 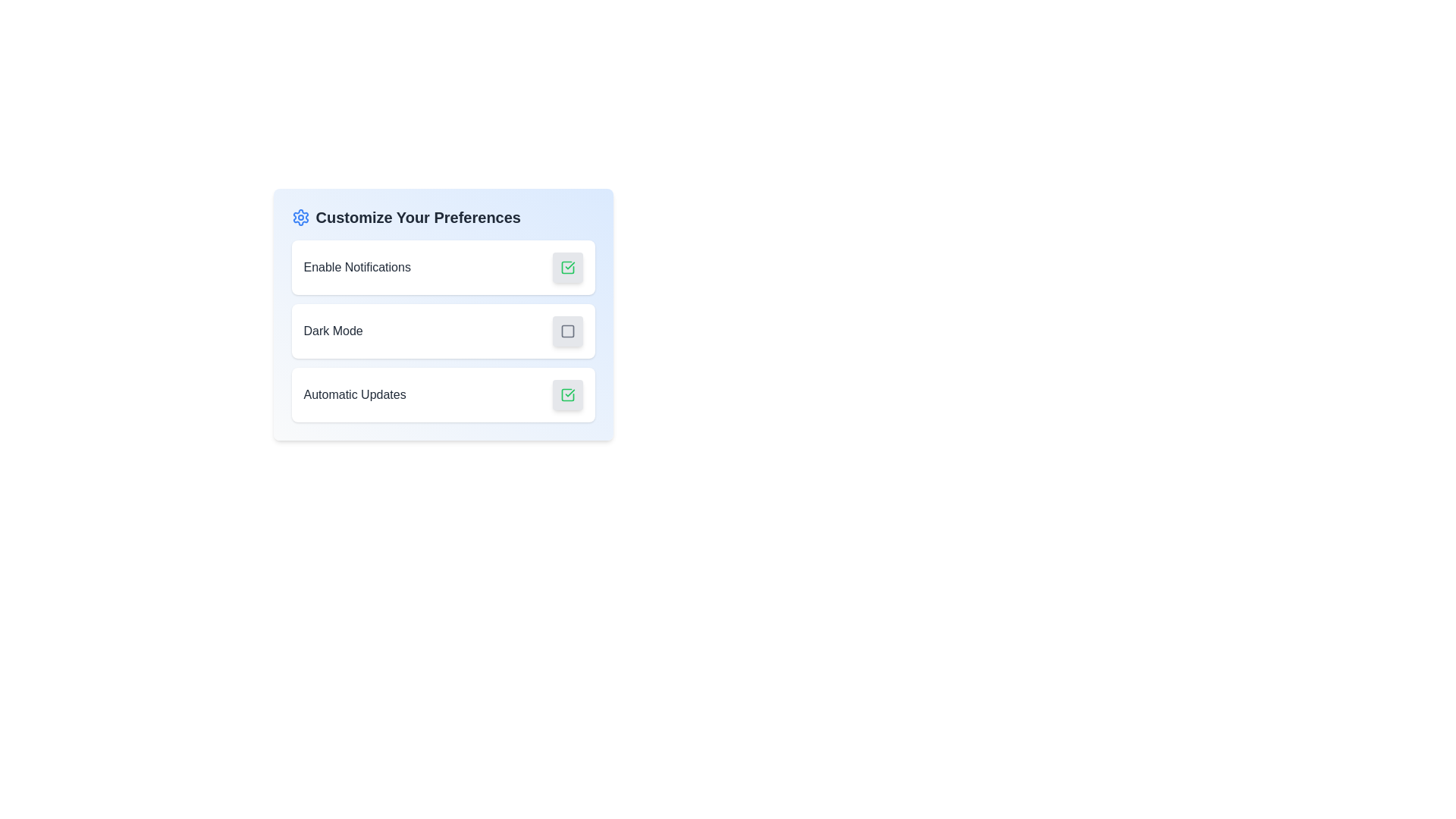 What do you see at coordinates (442, 394) in the screenshot?
I see `the Interactive Option Box for 'Automatic Updates' located below the 'Dark Mode' option` at bounding box center [442, 394].